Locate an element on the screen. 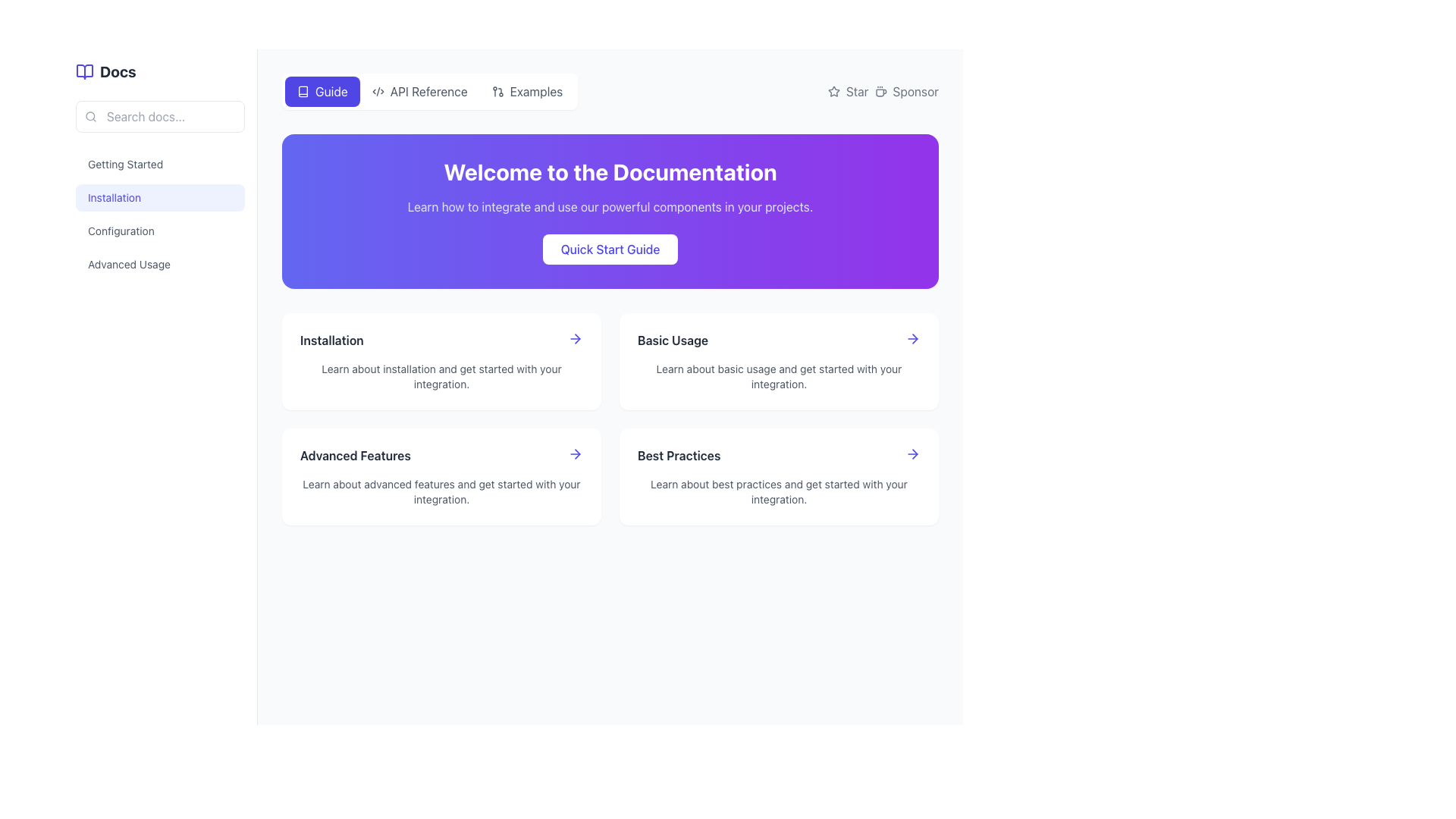 The image size is (1456, 819). the indigo 'Guide' button, which is the first button in a group of three at the top-left corner of the main content area, to activate hover effects is located at coordinates (322, 91).